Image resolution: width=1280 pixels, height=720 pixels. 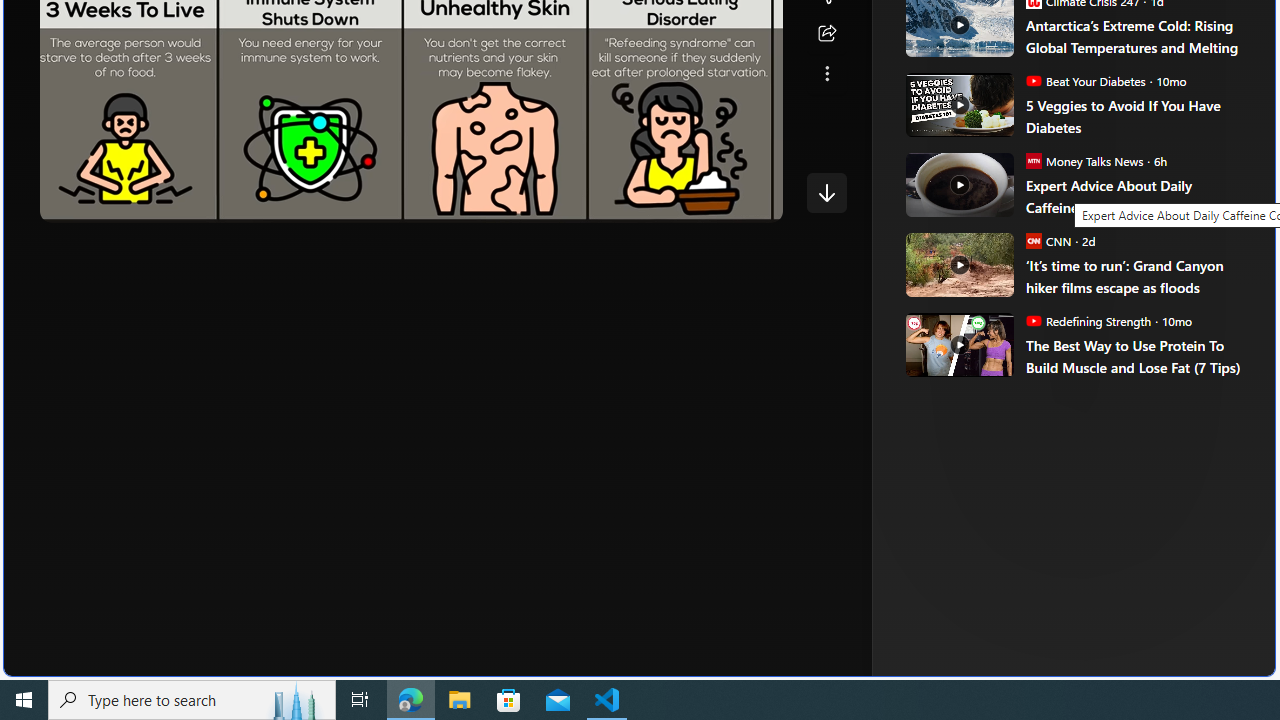 I want to click on 'Money Talks News Money Talks News', so click(x=1083, y=159).